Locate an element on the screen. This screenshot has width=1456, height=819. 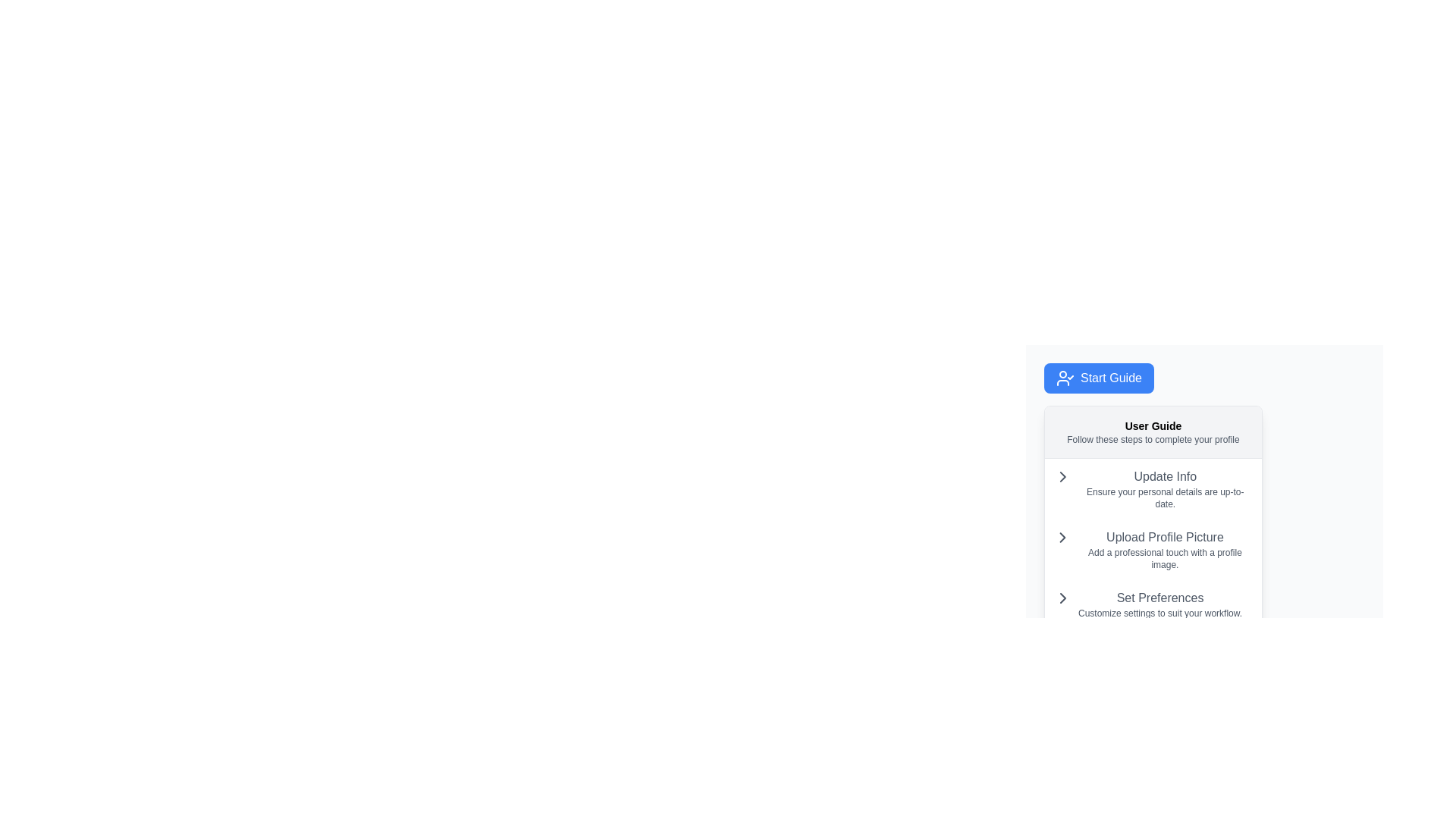
the Text Display element that shows 'Upload Profile Picture' in bold and 'Add a professional touch with a profile image' as subtext, located in the vertical list on the right side of the interface is located at coordinates (1164, 550).